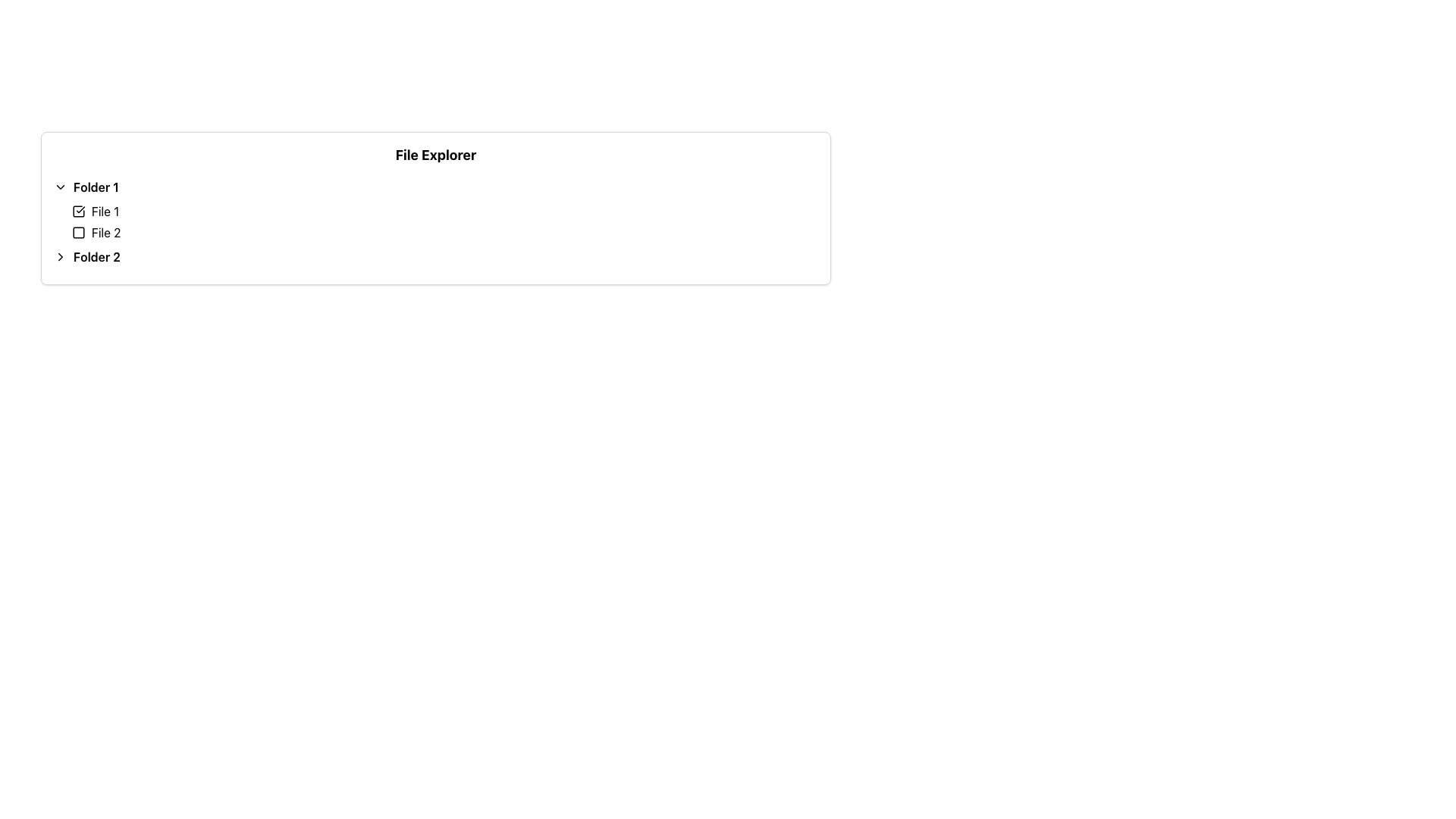 Image resolution: width=1456 pixels, height=819 pixels. Describe the element at coordinates (105, 211) in the screenshot. I see `the text label displaying 'File 1' to focus on it, which is positioned to the immediate right of a checkbox in the hierarchical tree menu under 'Folder 1'` at that location.